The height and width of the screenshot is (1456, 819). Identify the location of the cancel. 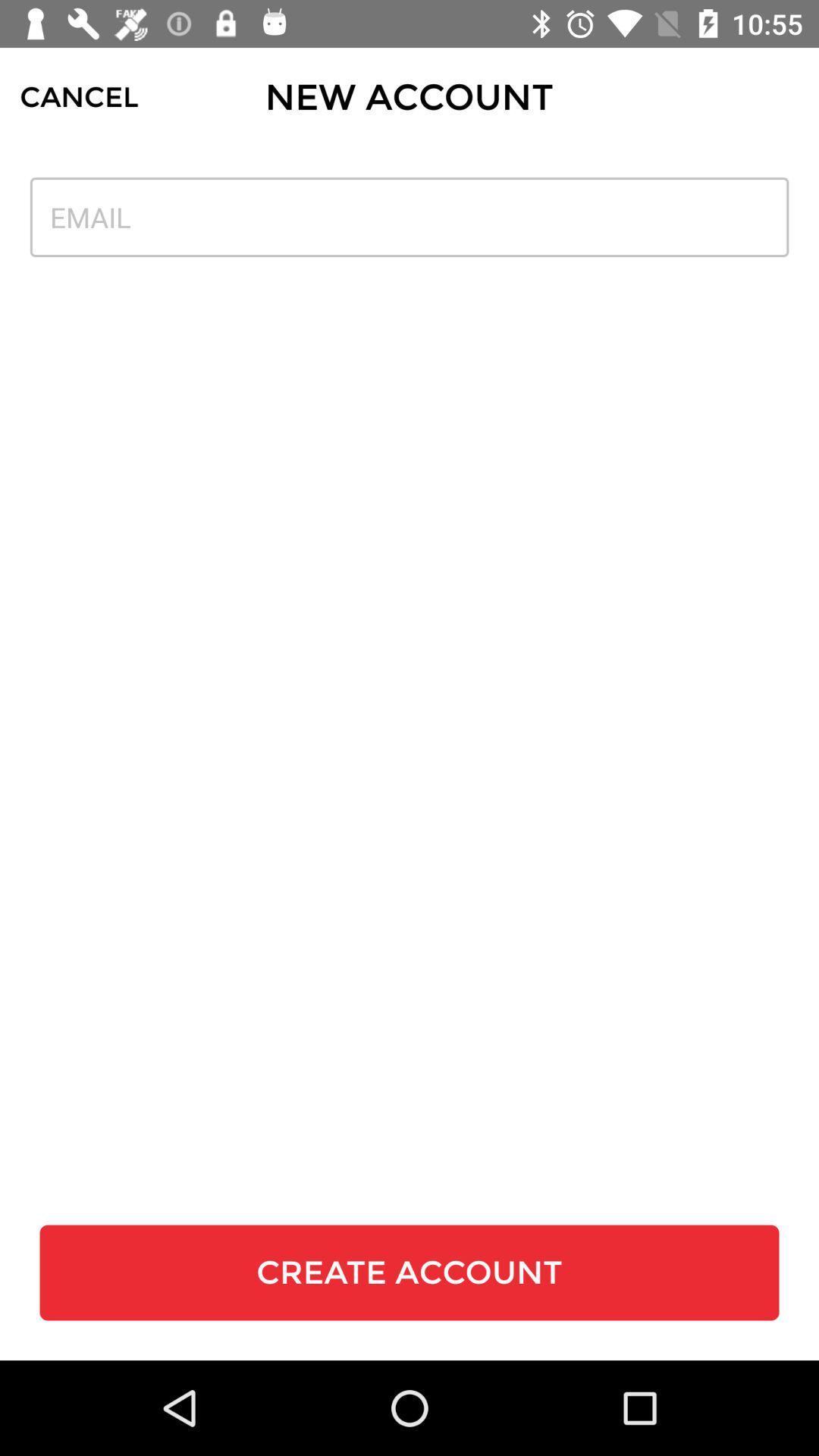
(79, 96).